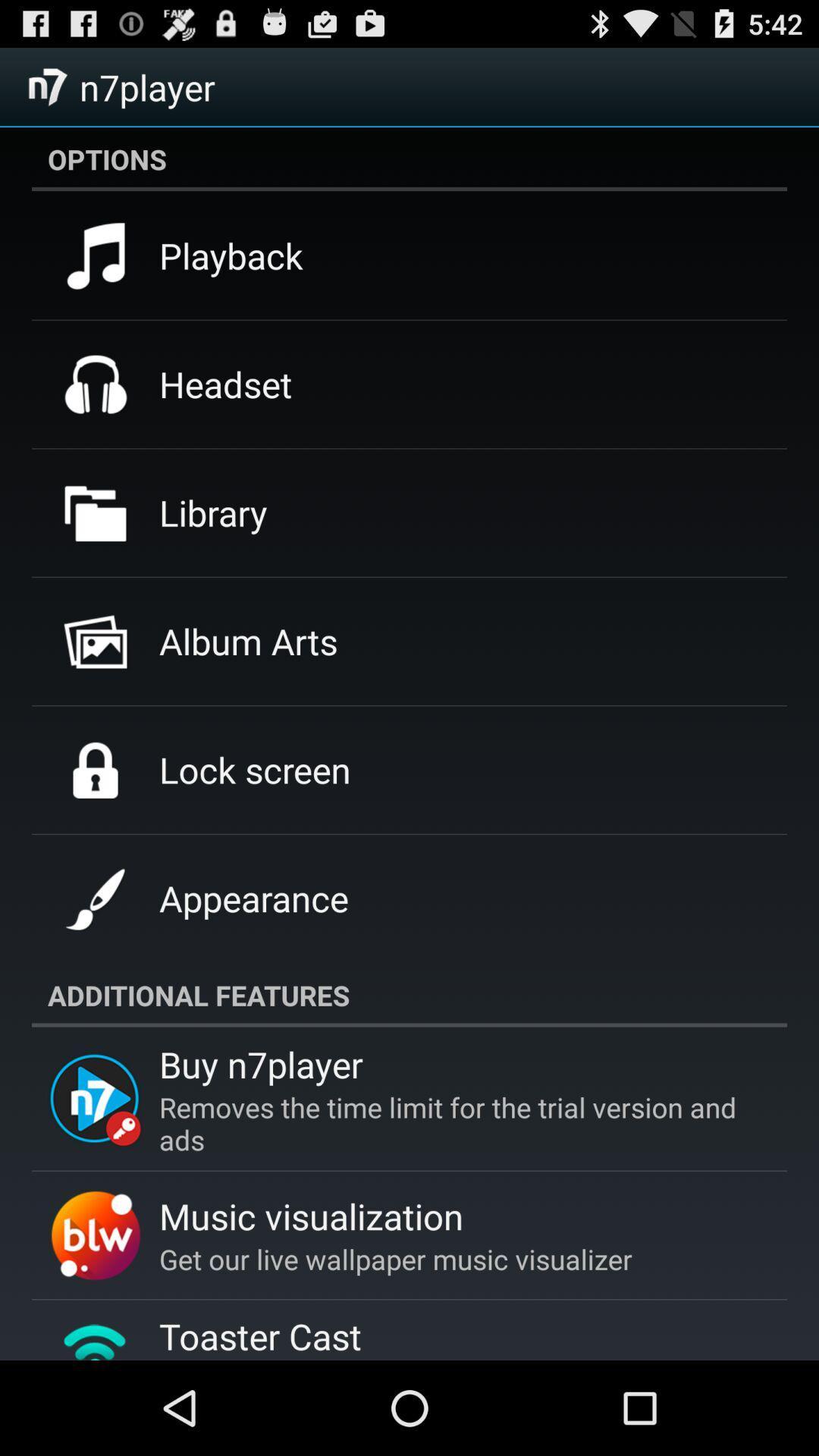 This screenshot has width=819, height=1456. Describe the element at coordinates (394, 1259) in the screenshot. I see `the get our live` at that location.